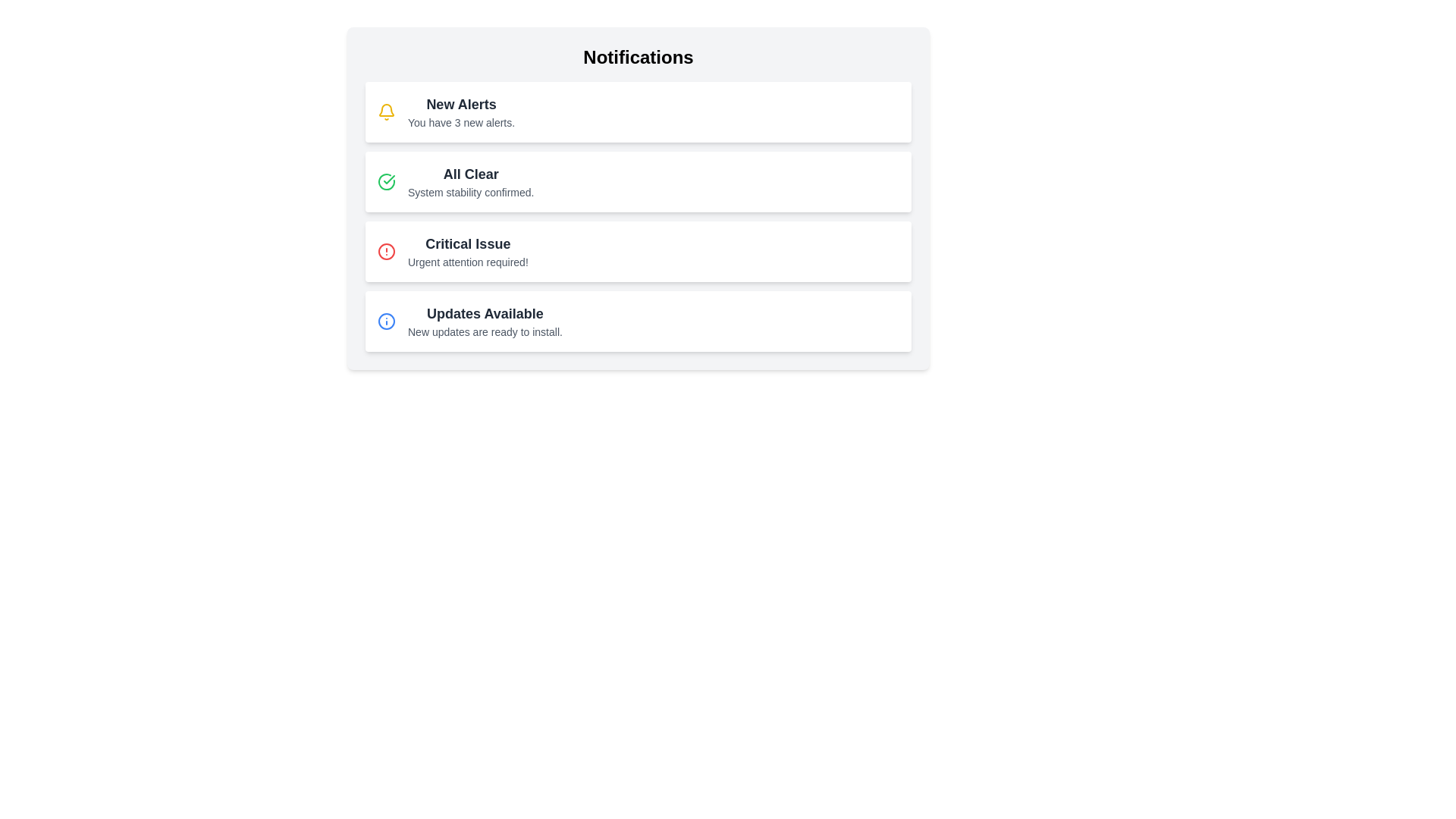  Describe the element at coordinates (638, 111) in the screenshot. I see `the 'New Alerts' notification block` at that location.